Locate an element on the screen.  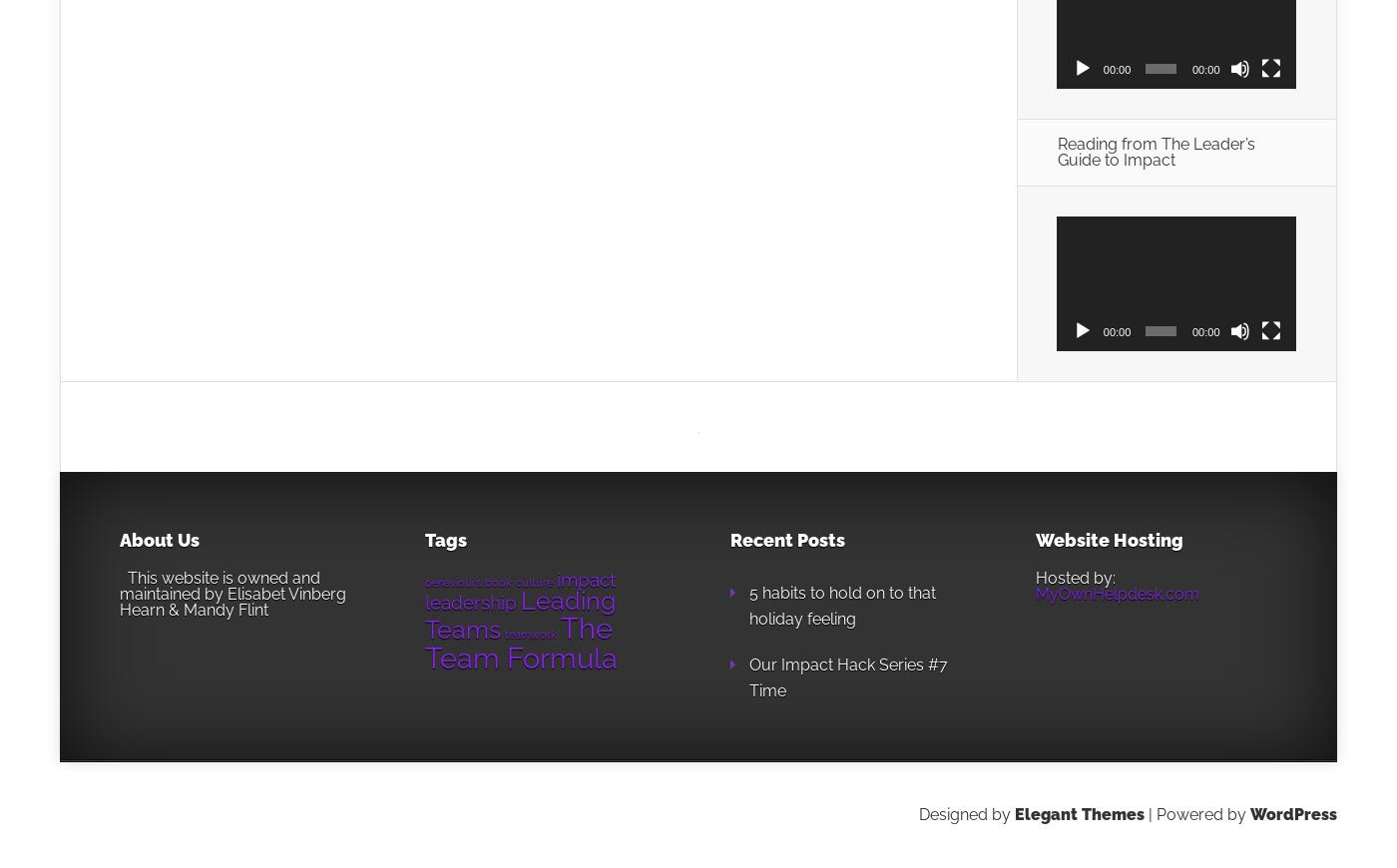
'The Team Formula' is located at coordinates (521, 642).